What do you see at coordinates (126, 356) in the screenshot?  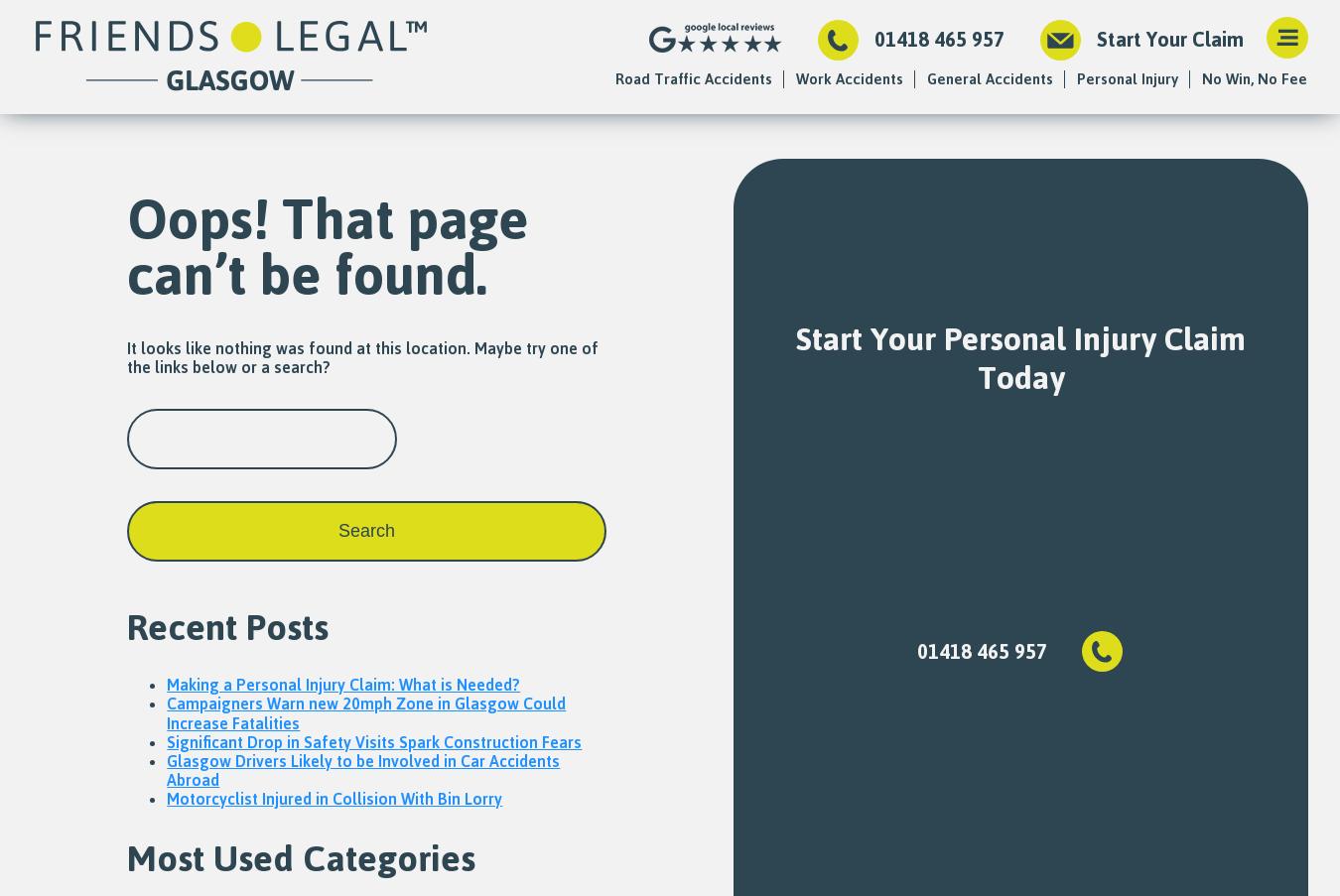 I see `'It looks like nothing was found at this location. Maybe try one of the links below or a search?'` at bounding box center [126, 356].